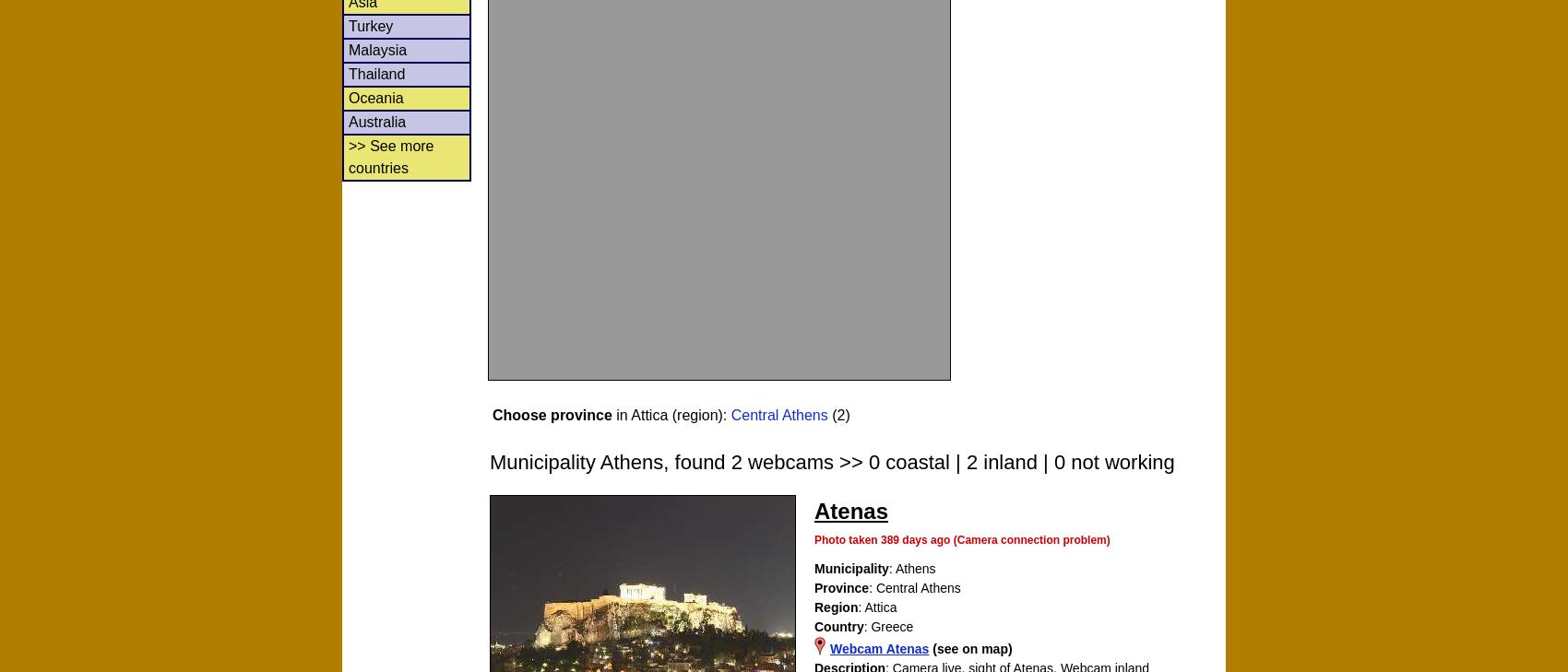 This screenshot has height=672, width=1568. I want to click on 'Thailand', so click(375, 72).